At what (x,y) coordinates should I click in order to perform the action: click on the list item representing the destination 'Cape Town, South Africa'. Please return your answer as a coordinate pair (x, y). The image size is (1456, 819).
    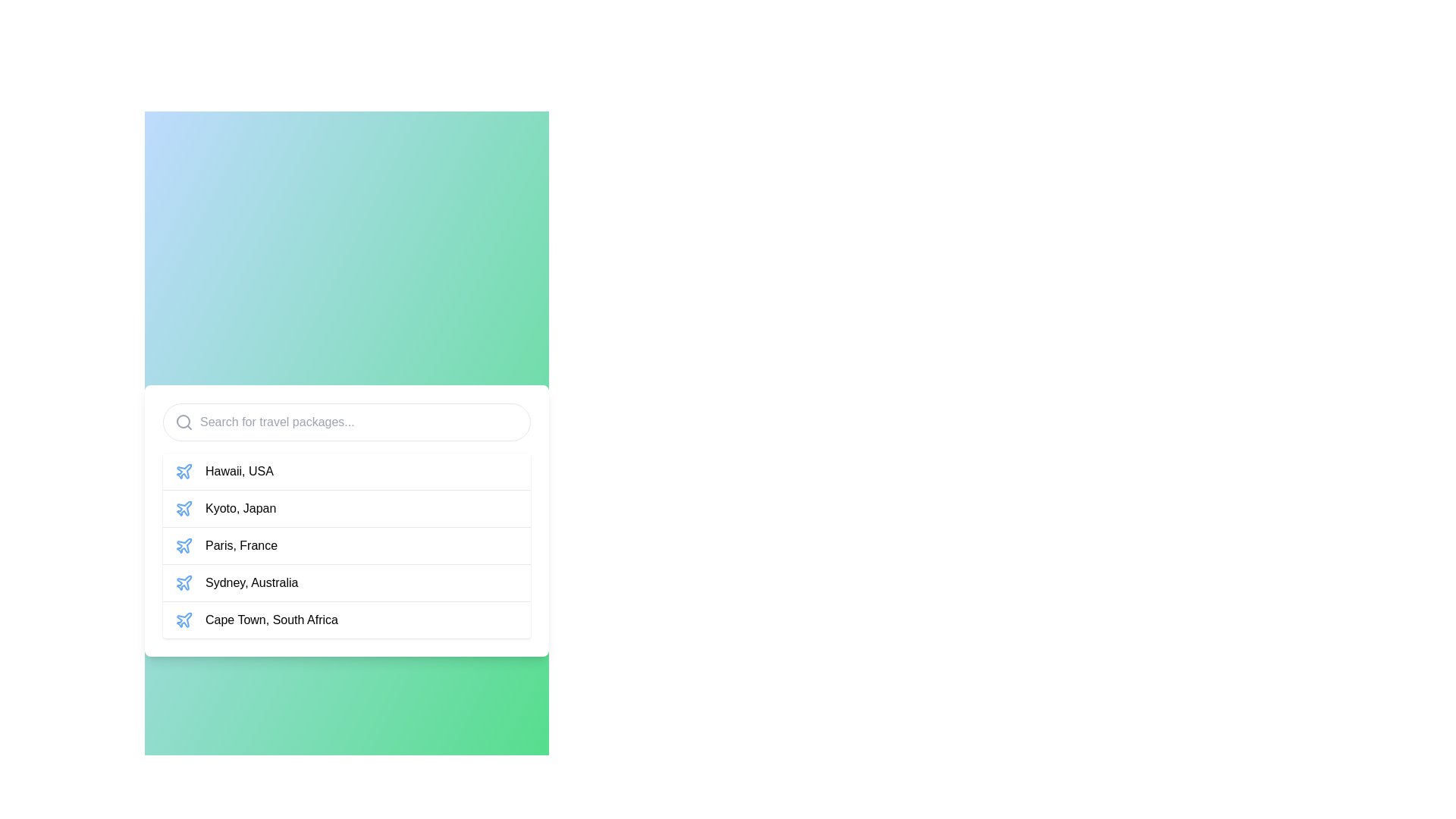
    Looking at the image, I should click on (346, 620).